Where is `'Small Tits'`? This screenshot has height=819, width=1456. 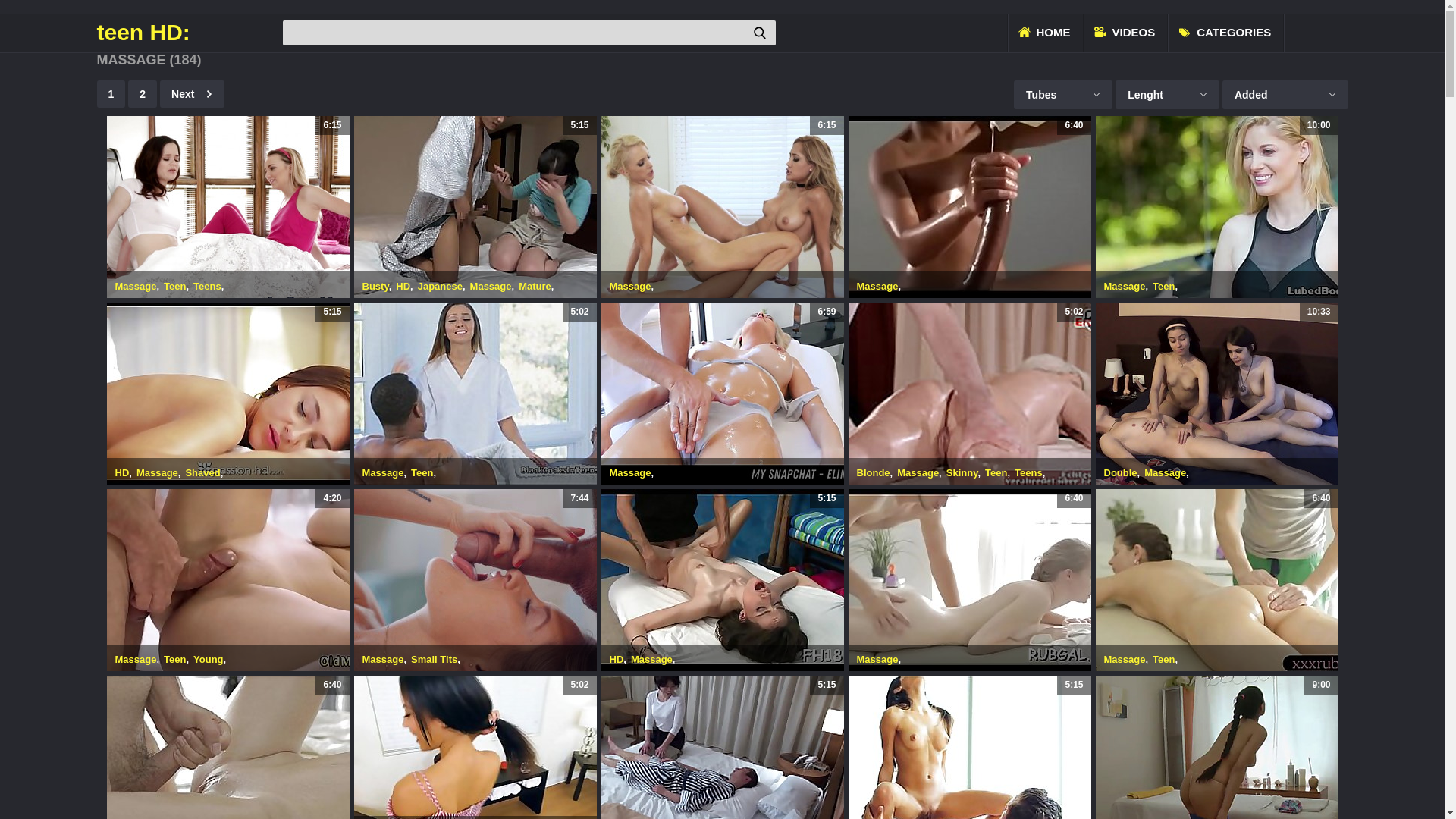
'Small Tits' is located at coordinates (433, 658).